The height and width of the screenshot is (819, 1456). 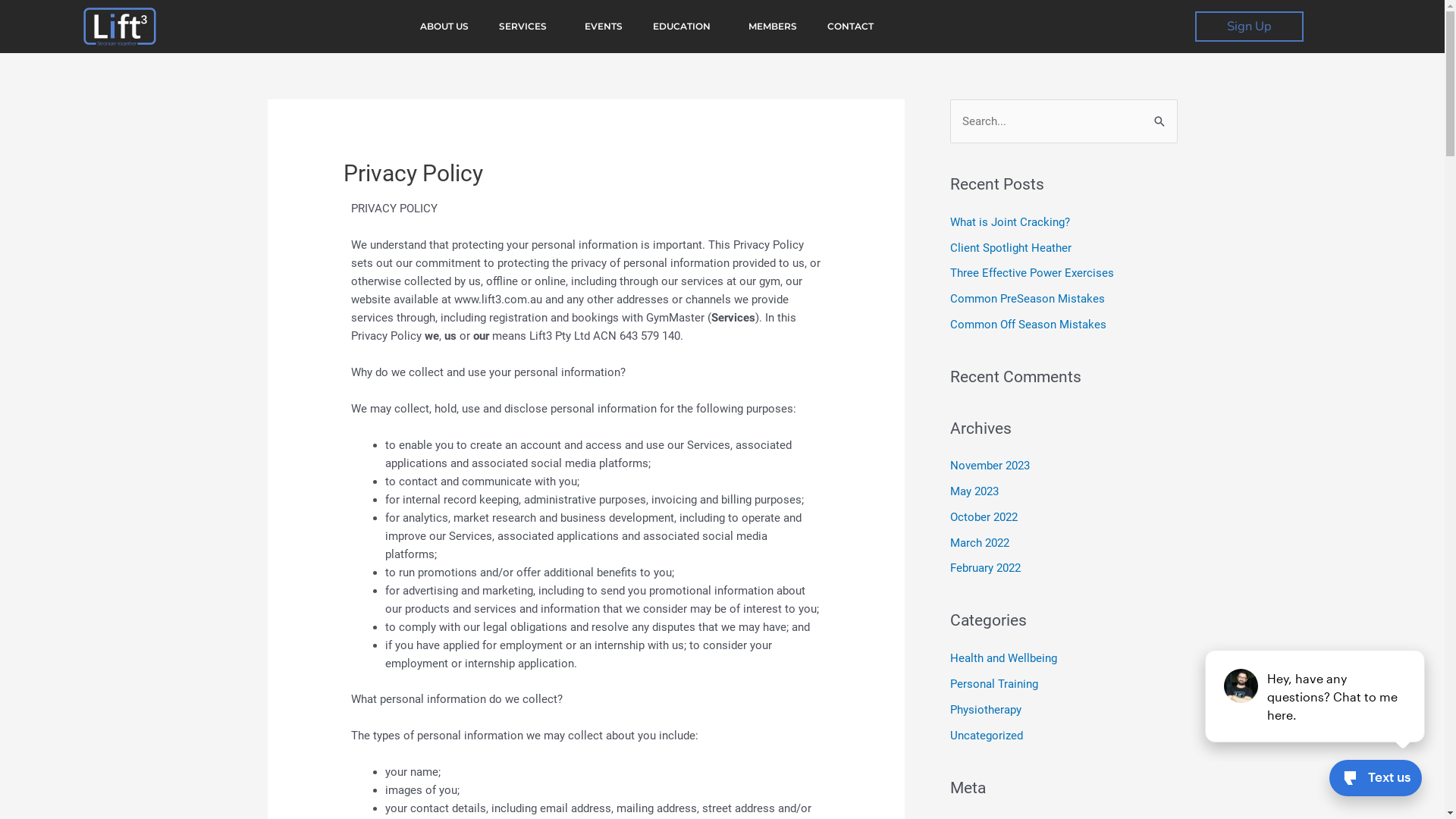 What do you see at coordinates (526, 26) in the screenshot?
I see `'SERVICES'` at bounding box center [526, 26].